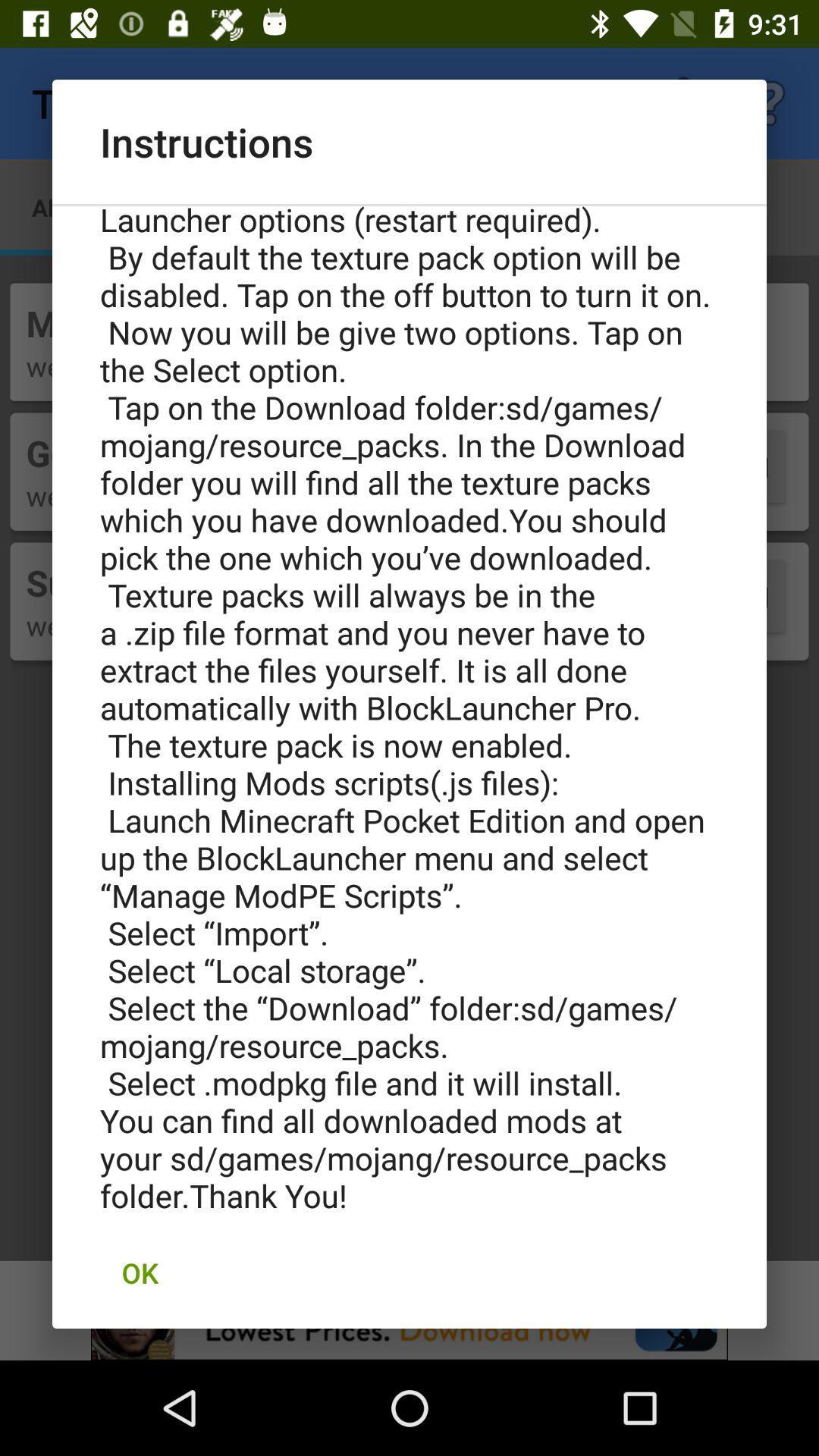  Describe the element at coordinates (140, 1272) in the screenshot. I see `ok at the bottom left corner` at that location.